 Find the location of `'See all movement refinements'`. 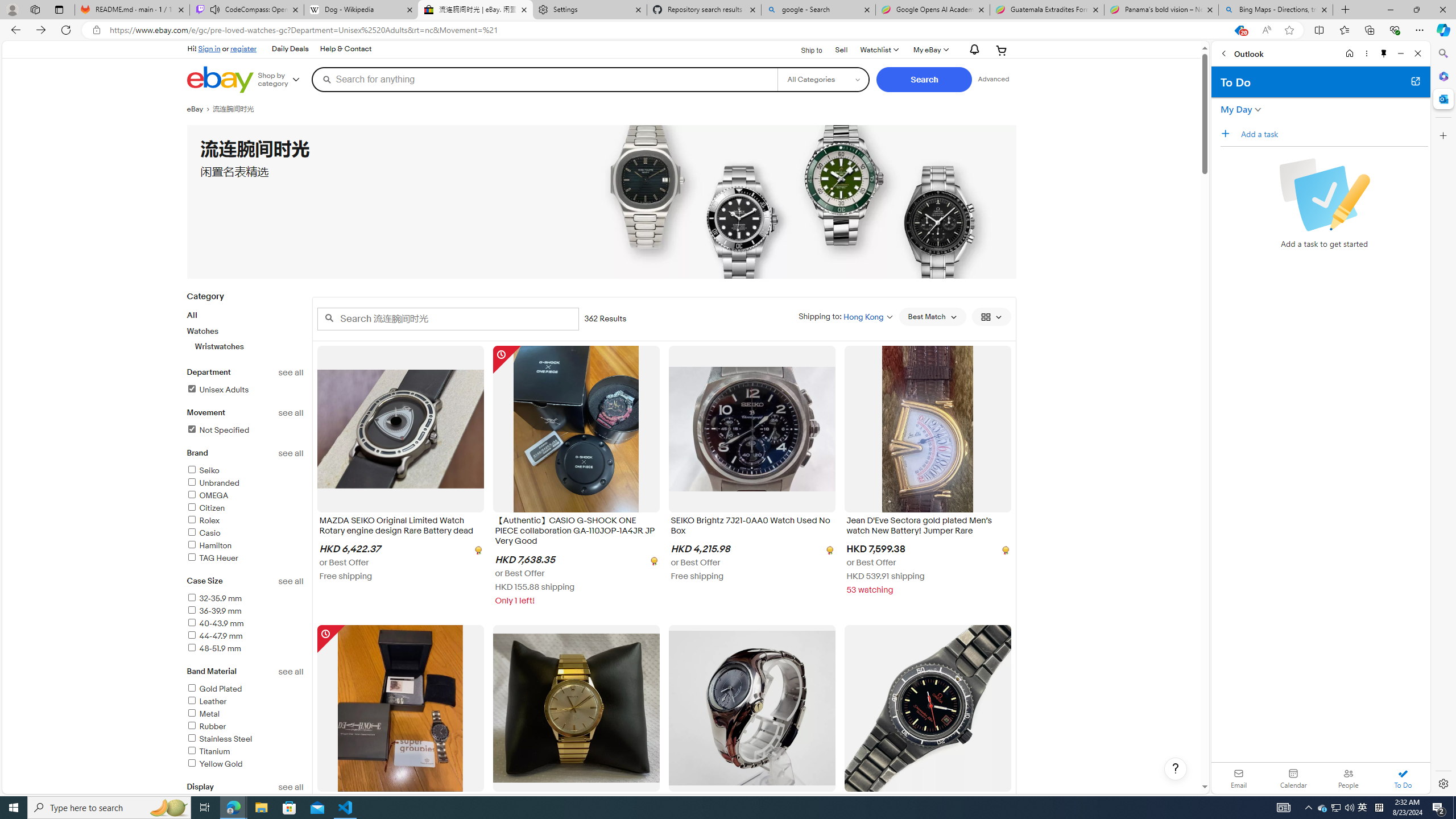

'See all movement refinements' is located at coordinates (291, 412).